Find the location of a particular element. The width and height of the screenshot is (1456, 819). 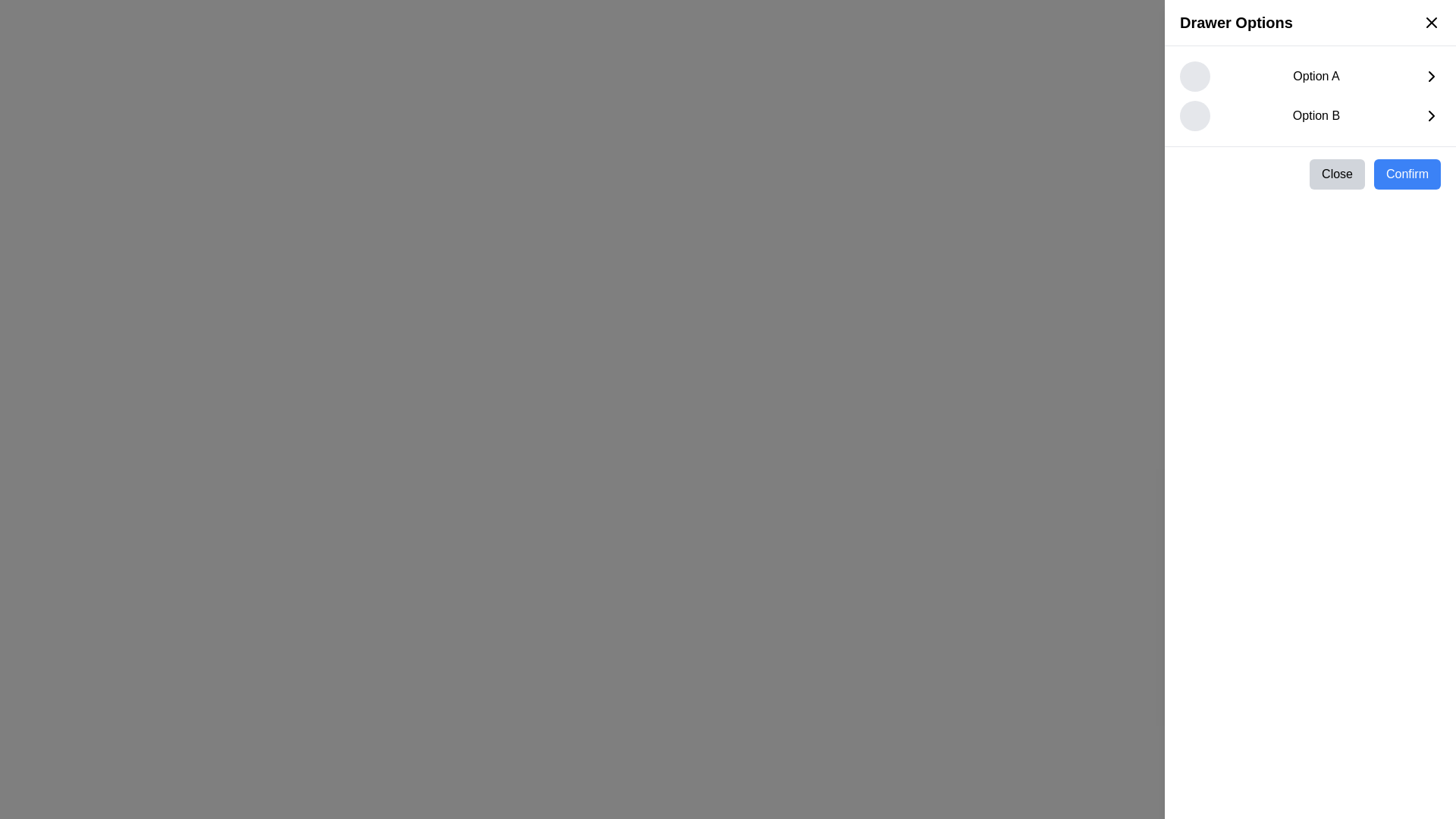

the selectable text label for 'Option A', which is positioned between a circular icon and a right-facing arrow icon in the right-side drawer interface is located at coordinates (1316, 76).